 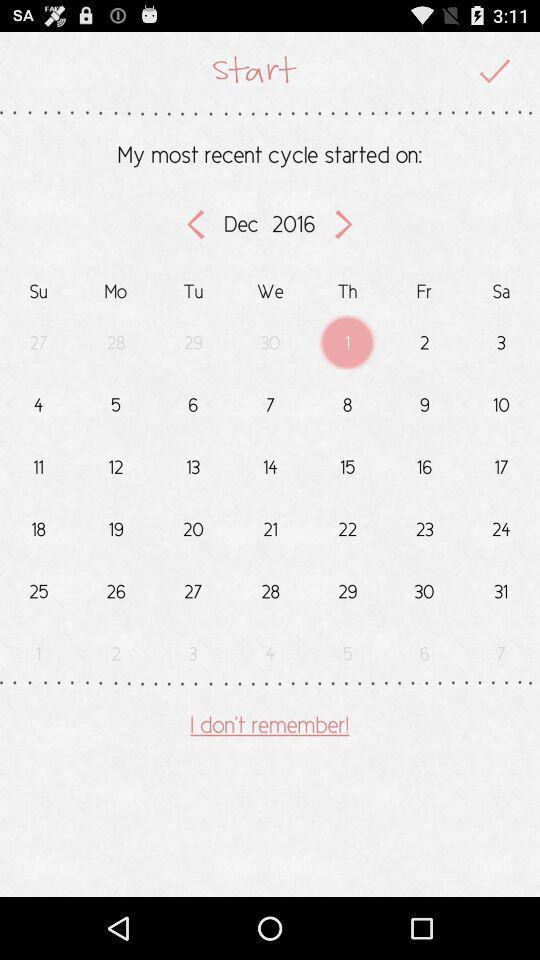 I want to click on the check icon, so click(x=494, y=75).